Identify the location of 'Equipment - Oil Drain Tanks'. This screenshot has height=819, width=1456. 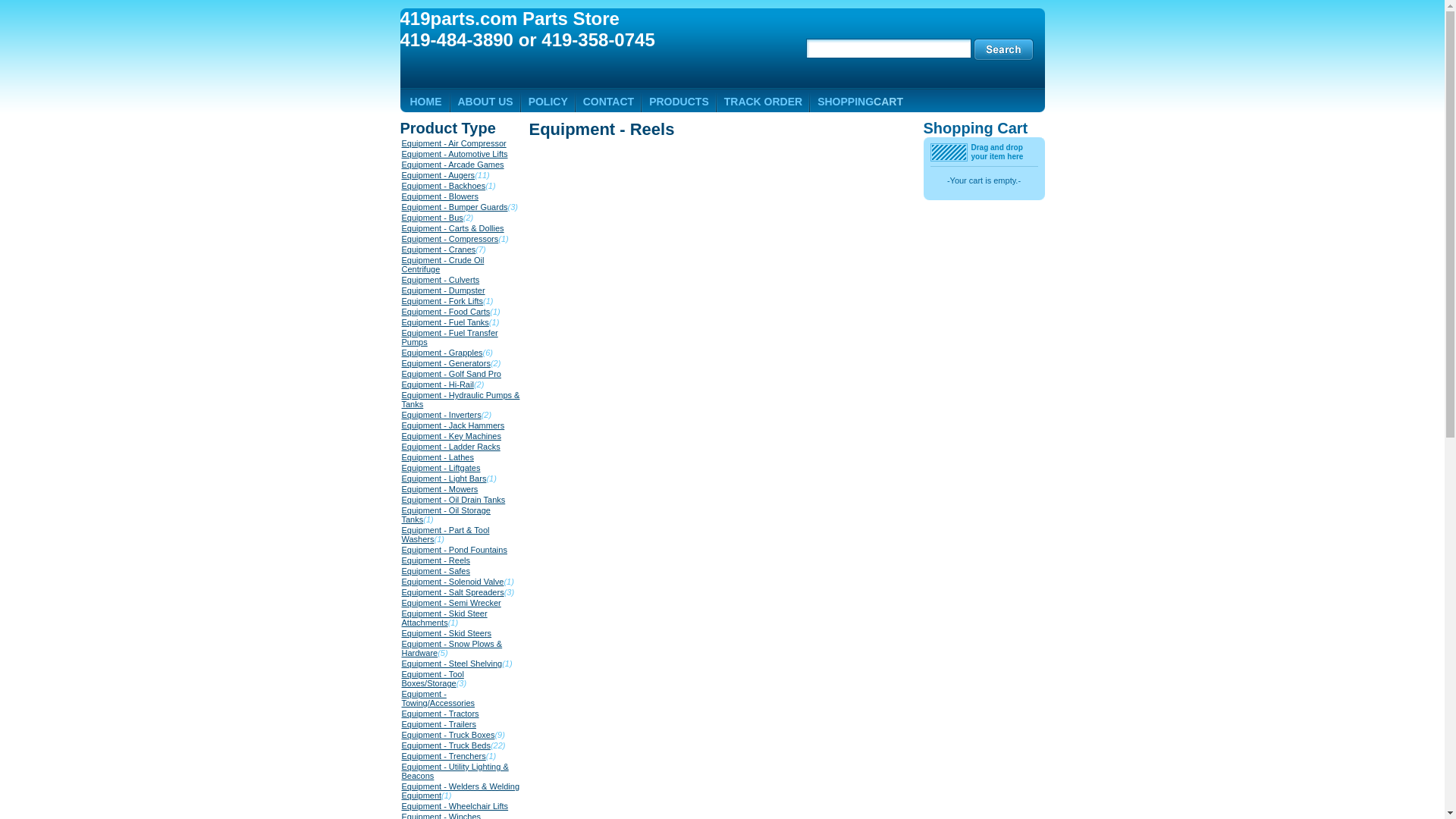
(453, 500).